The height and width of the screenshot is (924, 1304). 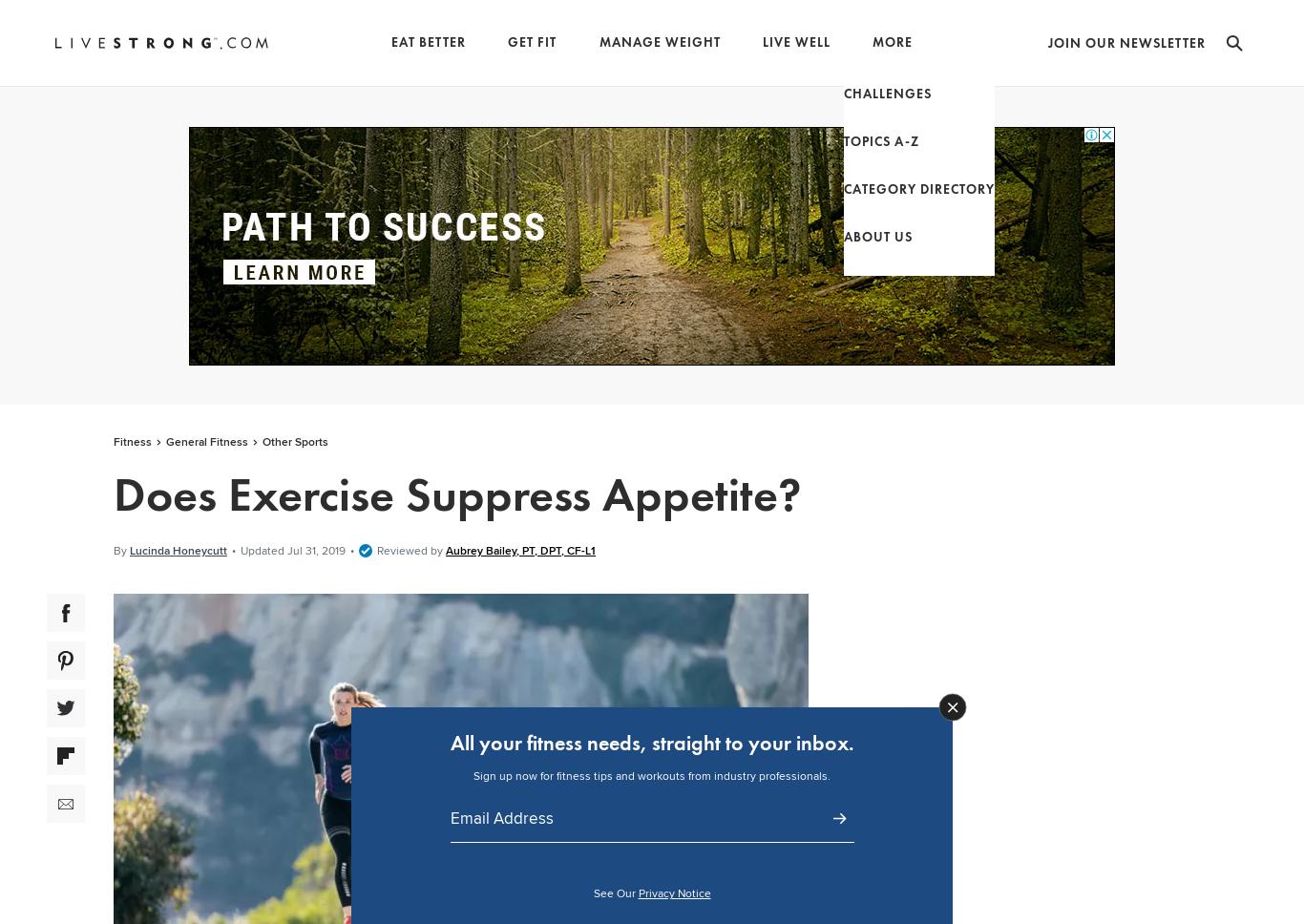 I want to click on 'Live Well', so click(x=794, y=42).